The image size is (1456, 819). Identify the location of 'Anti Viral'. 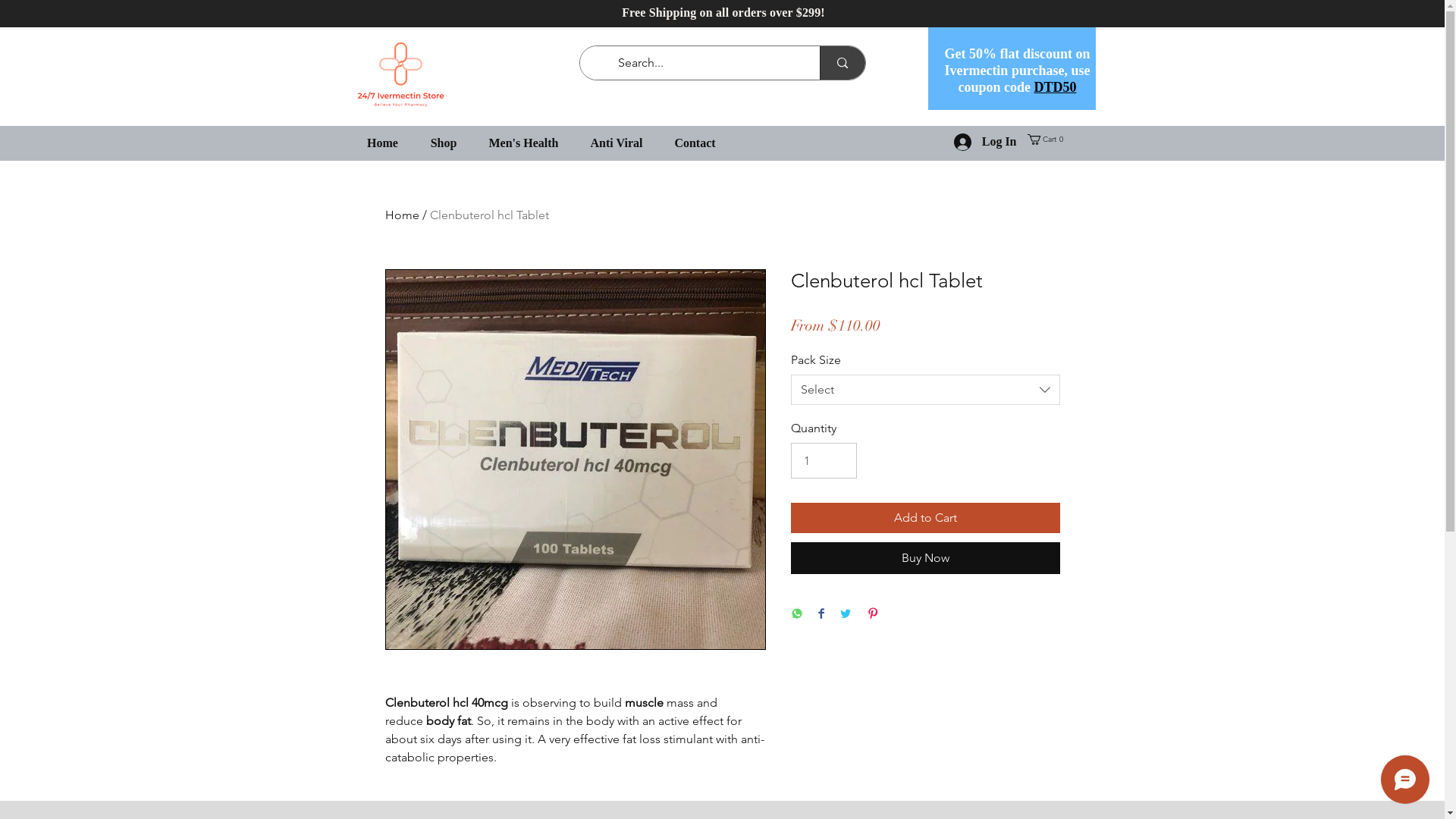
(617, 143).